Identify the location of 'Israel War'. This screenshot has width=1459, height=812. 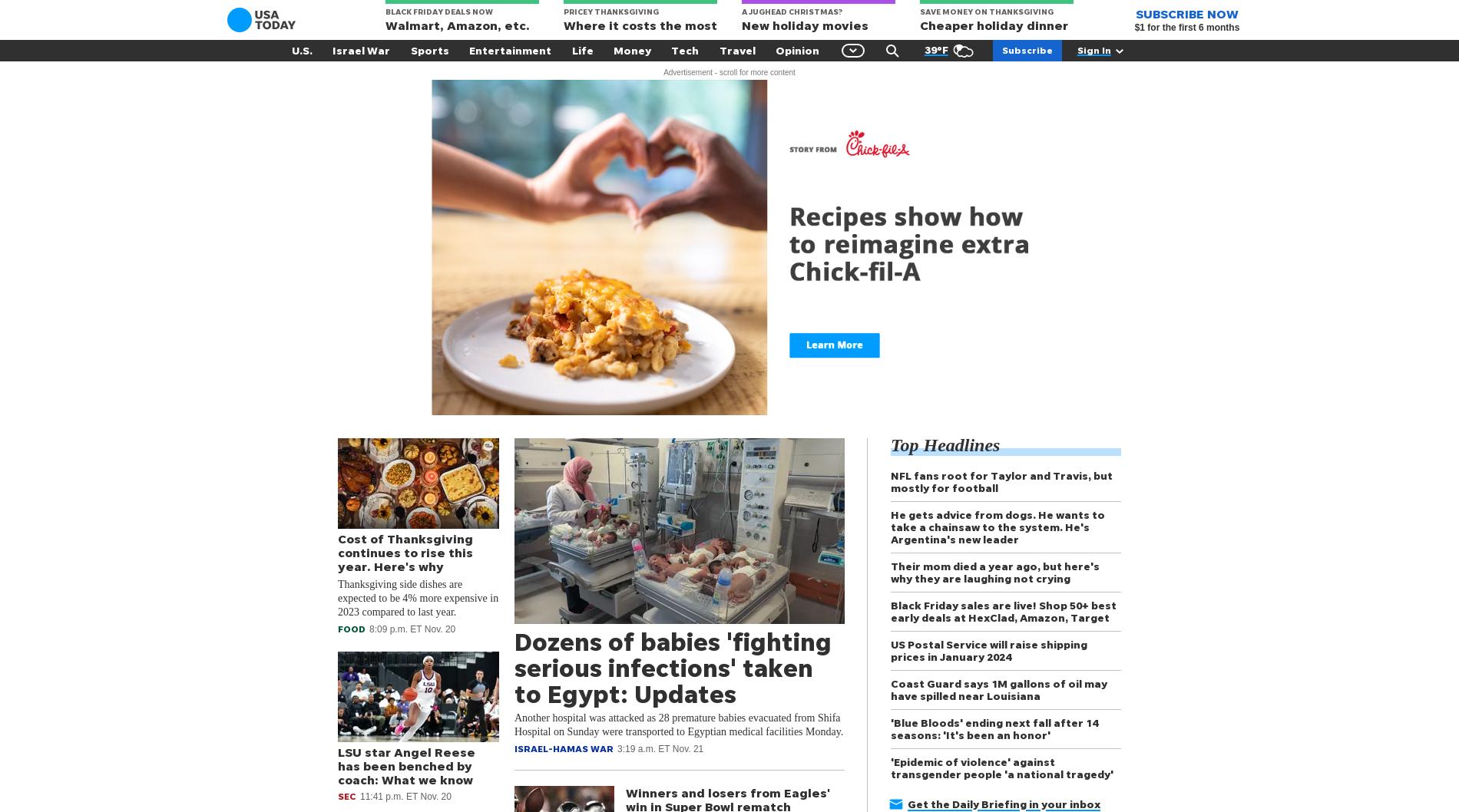
(360, 50).